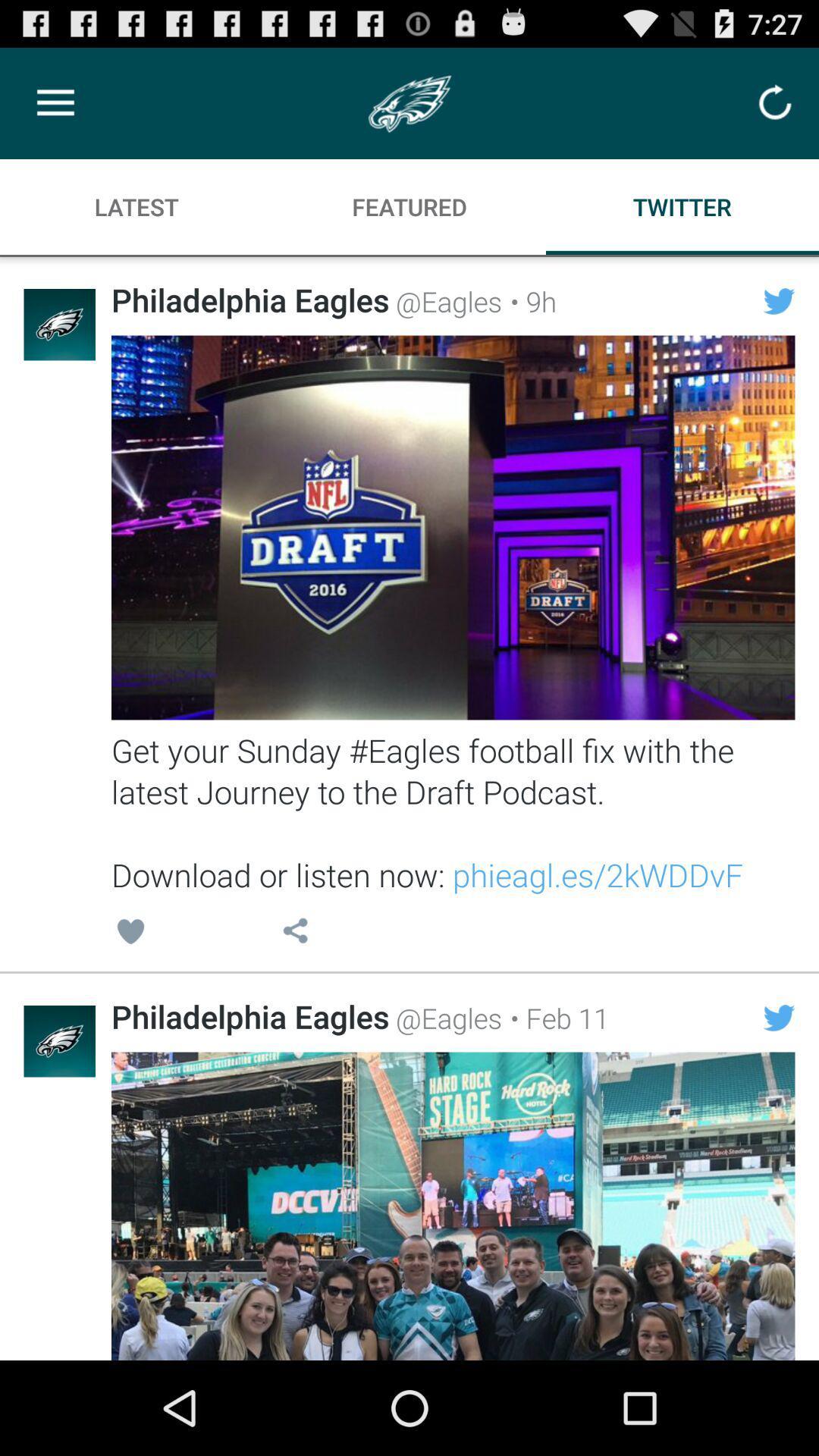  I want to click on icon on the left, so click(130, 933).